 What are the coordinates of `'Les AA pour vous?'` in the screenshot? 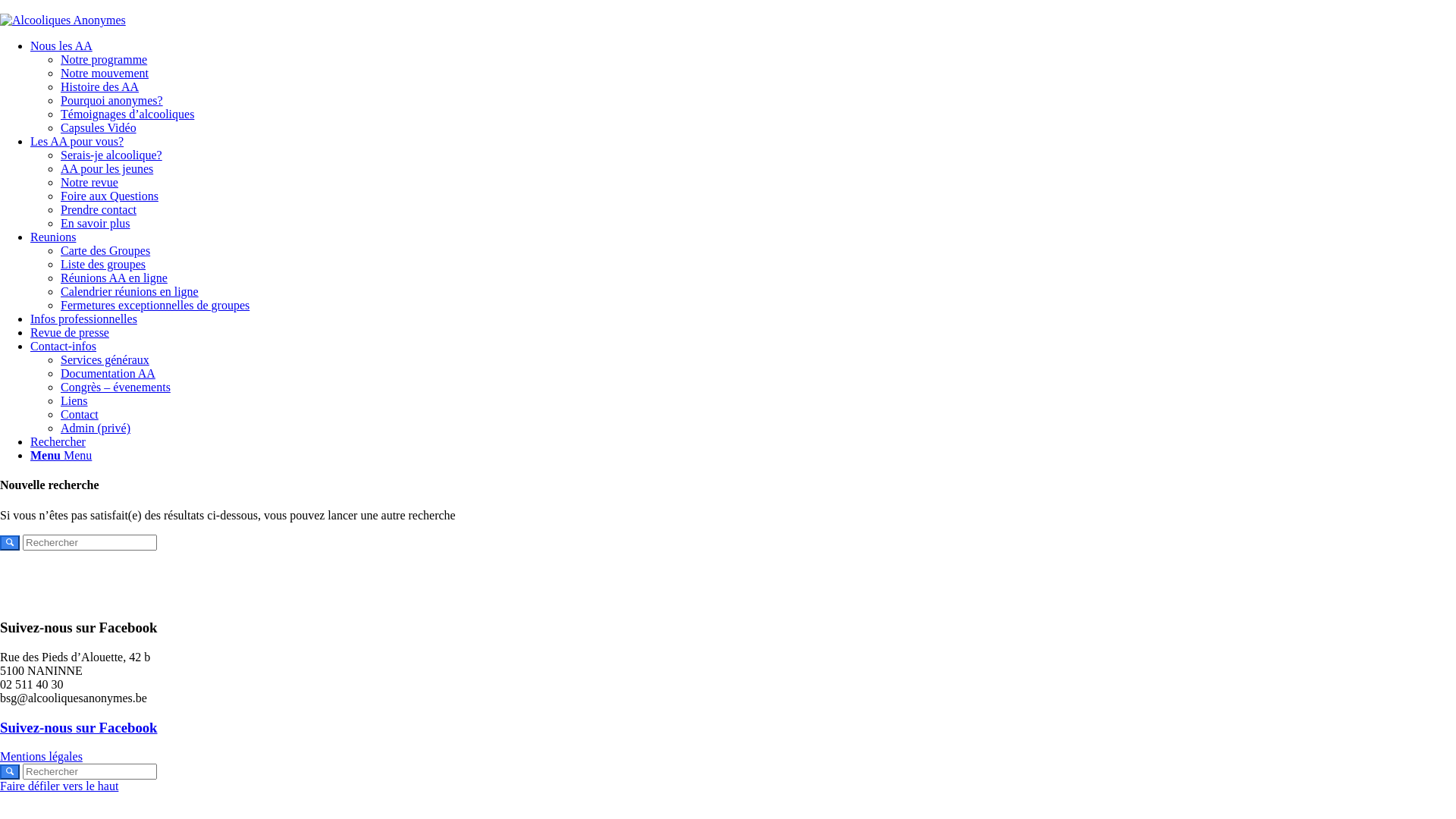 It's located at (76, 141).